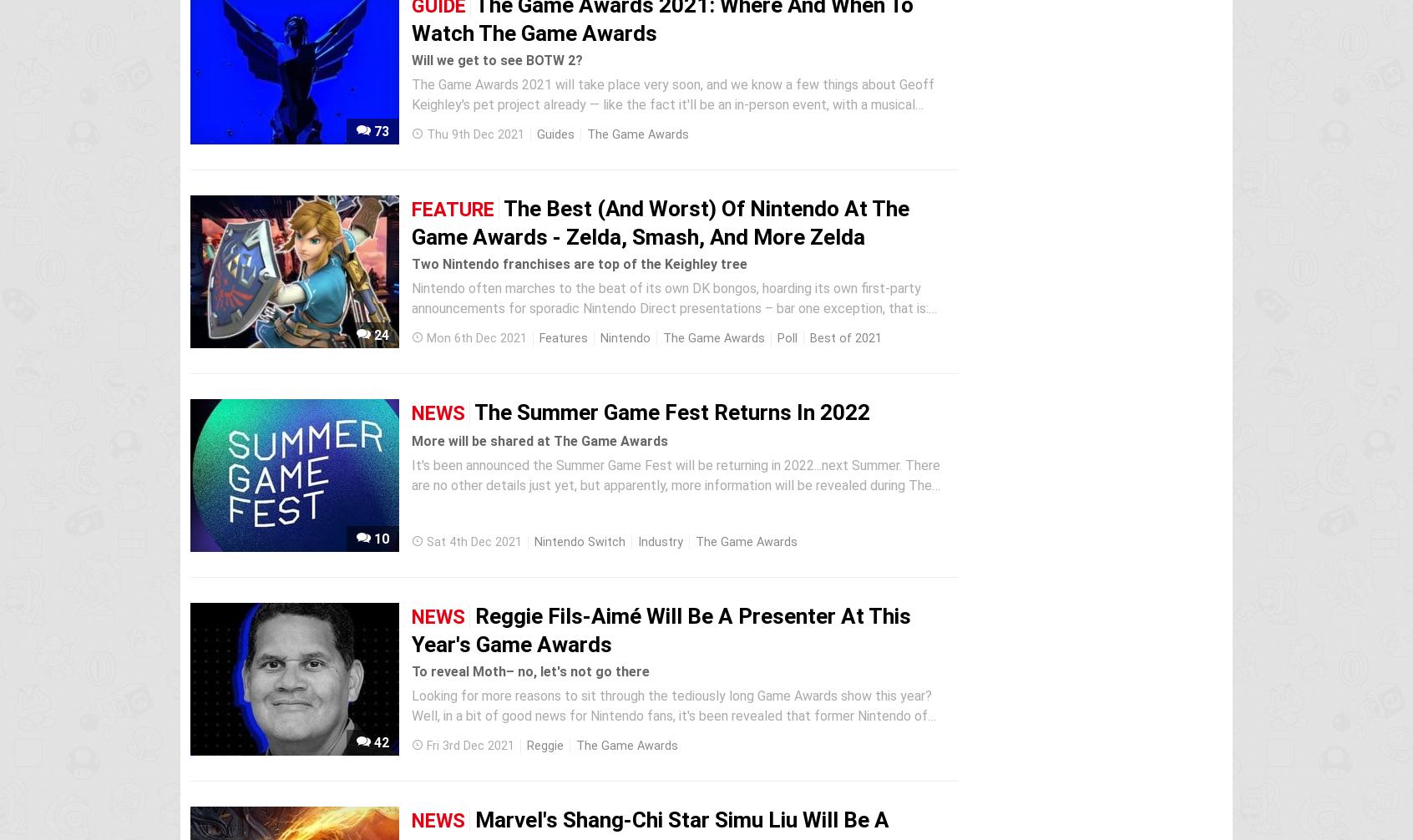 The image size is (1413, 840). What do you see at coordinates (661, 221) in the screenshot?
I see `'The Best (And Worst) Of Nintendo At The Game Awards - Zelda, Smash, And More Zelda'` at bounding box center [661, 221].